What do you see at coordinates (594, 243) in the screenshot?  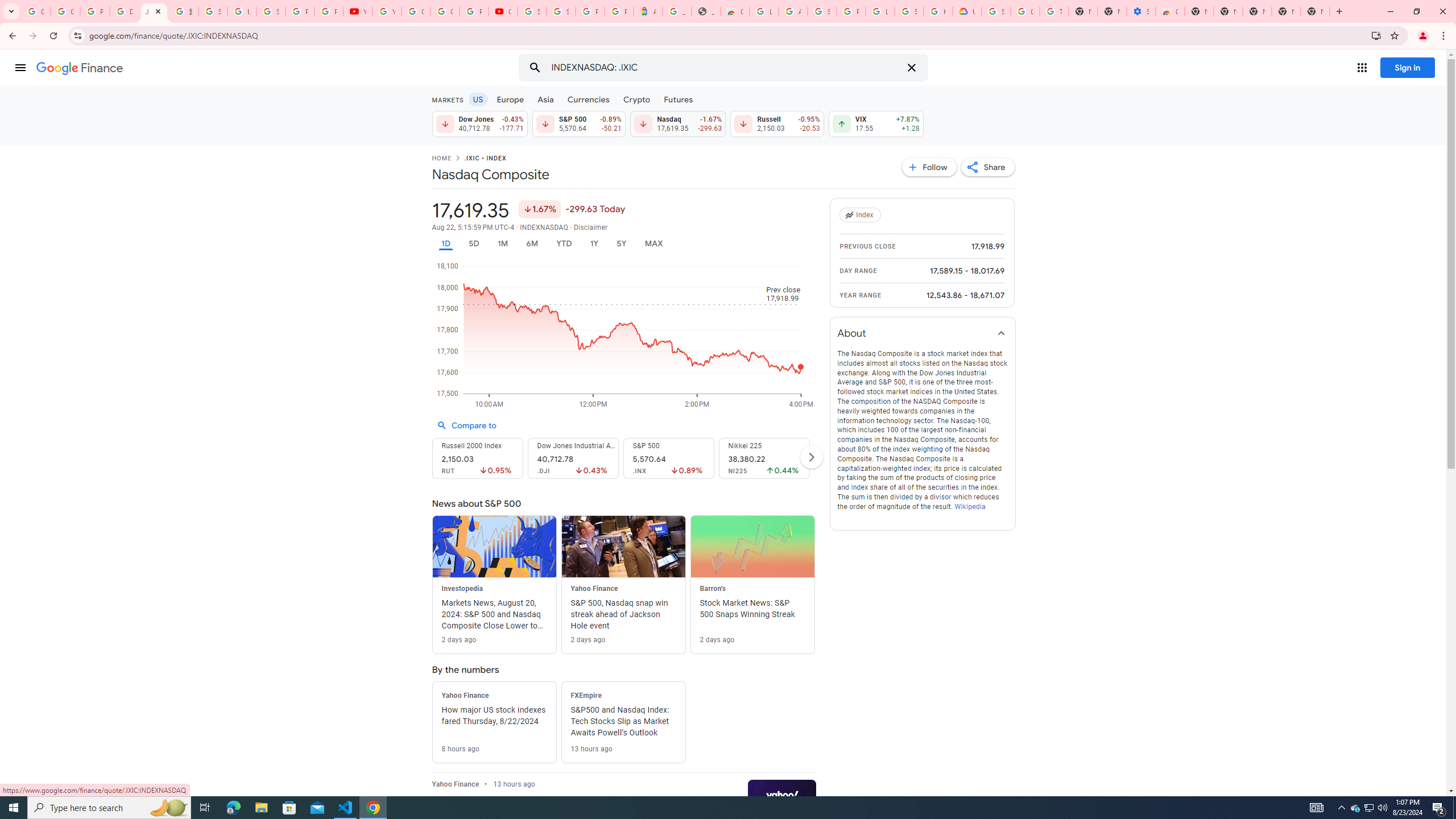 I see `'1Y'` at bounding box center [594, 243].